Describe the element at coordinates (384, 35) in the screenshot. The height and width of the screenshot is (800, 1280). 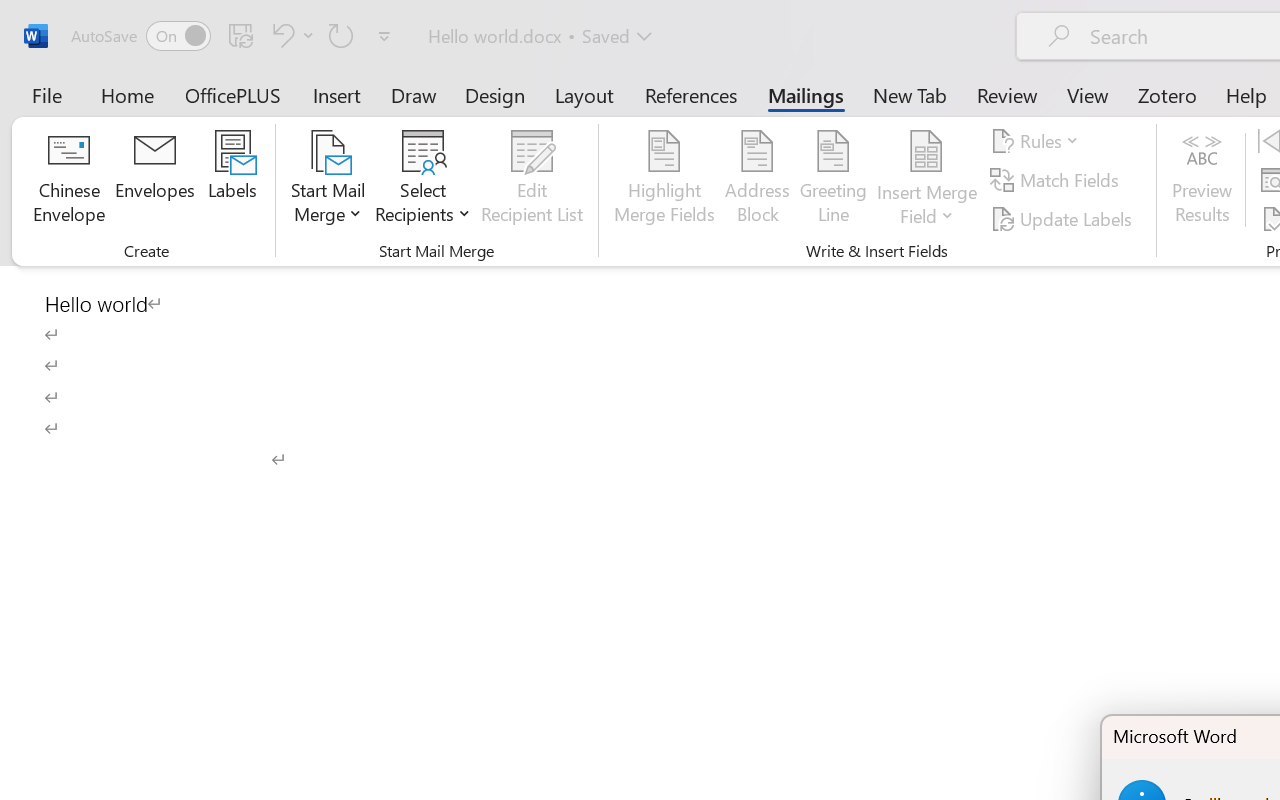
I see `'Customize Quick Access Toolbar'` at that location.